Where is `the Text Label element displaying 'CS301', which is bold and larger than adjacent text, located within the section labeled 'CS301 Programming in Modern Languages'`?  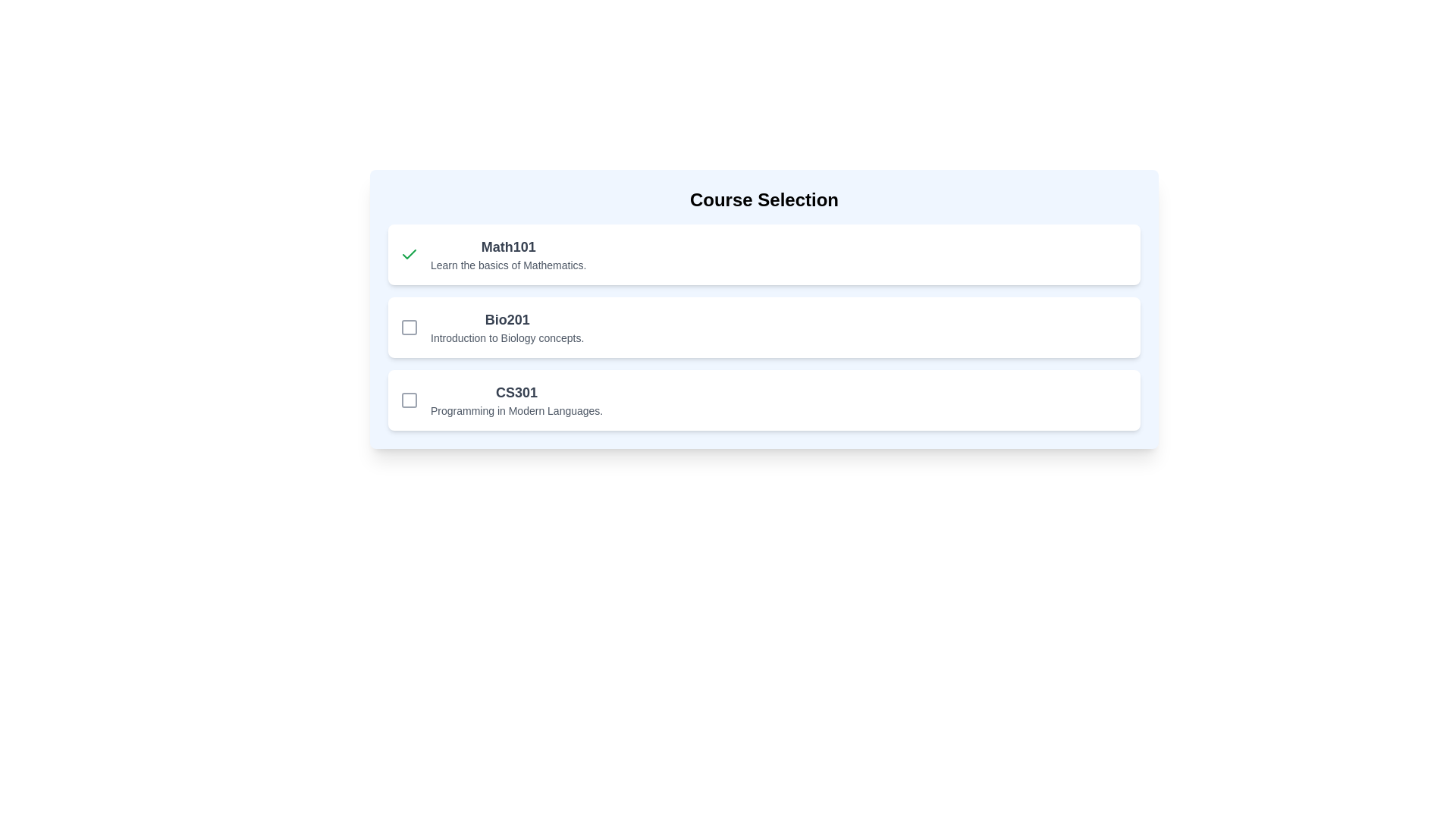
the Text Label element displaying 'CS301', which is bold and larger than adjacent text, located within the section labeled 'CS301 Programming in Modern Languages' is located at coordinates (516, 391).